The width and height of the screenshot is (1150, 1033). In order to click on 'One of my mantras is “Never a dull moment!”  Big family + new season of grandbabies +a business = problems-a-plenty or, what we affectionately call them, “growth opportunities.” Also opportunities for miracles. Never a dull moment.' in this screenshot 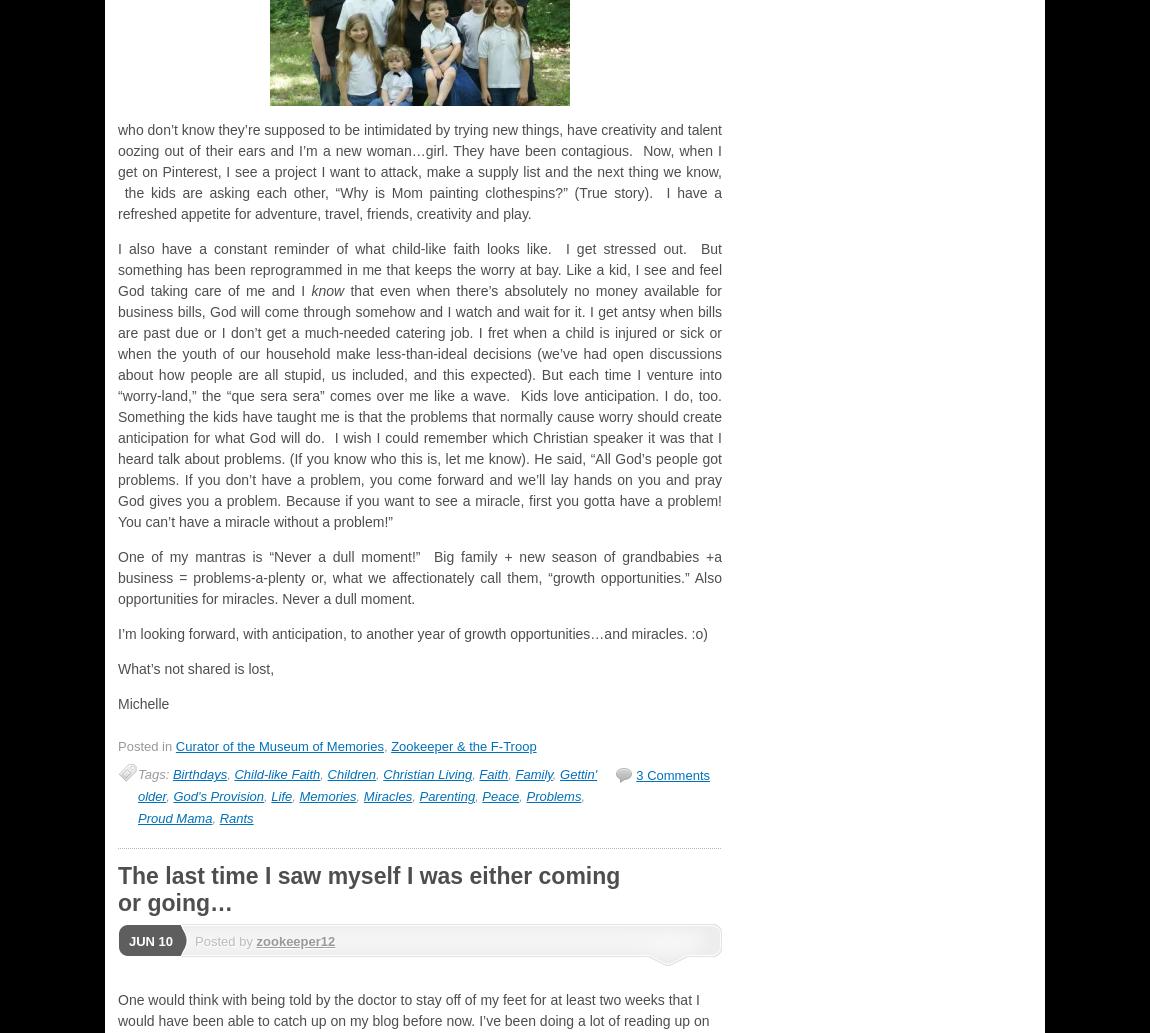, I will do `click(419, 576)`.